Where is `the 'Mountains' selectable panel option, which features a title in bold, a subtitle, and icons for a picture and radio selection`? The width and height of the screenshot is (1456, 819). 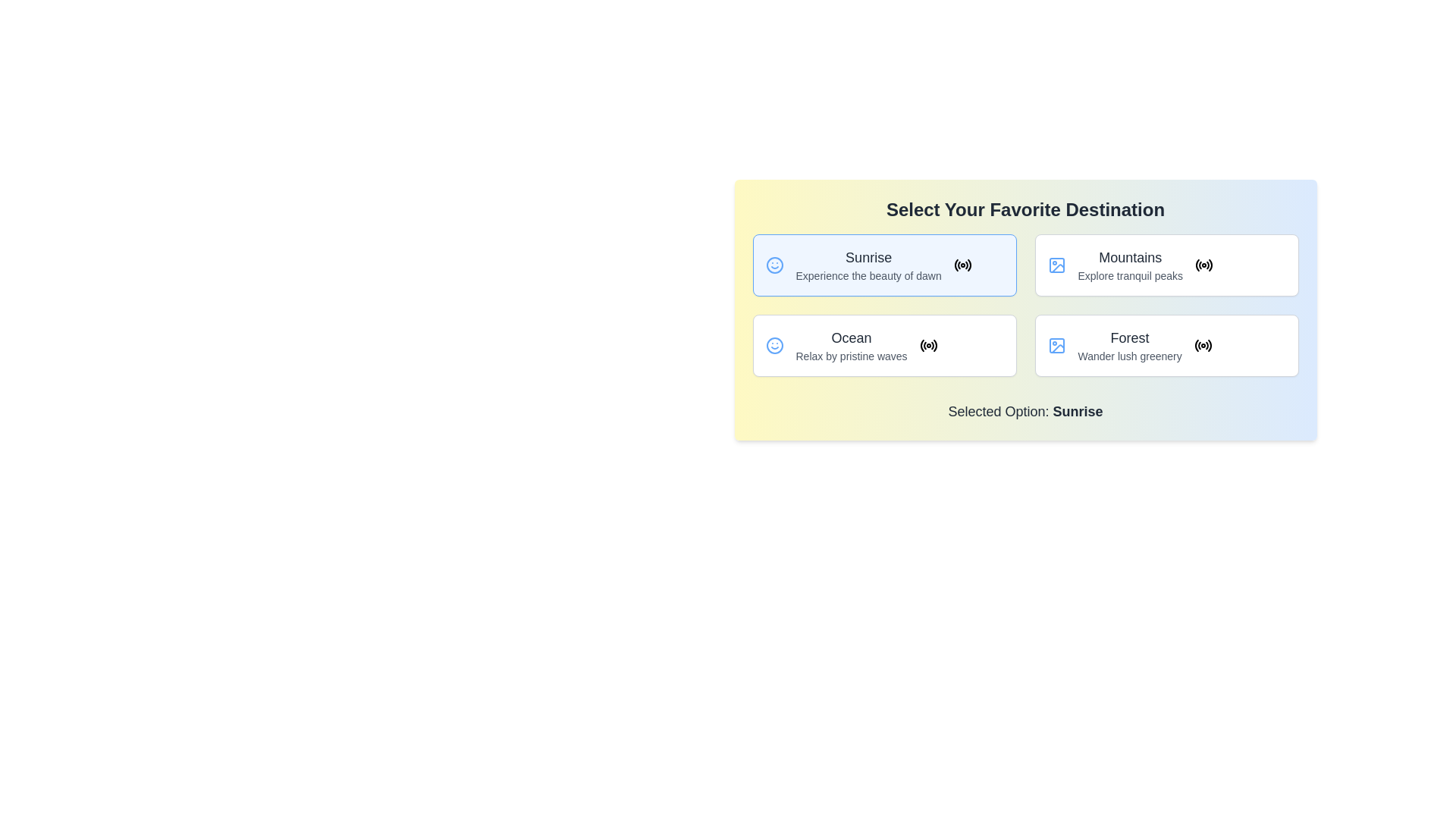 the 'Mountains' selectable panel option, which features a title in bold, a subtitle, and icons for a picture and radio selection is located at coordinates (1166, 265).